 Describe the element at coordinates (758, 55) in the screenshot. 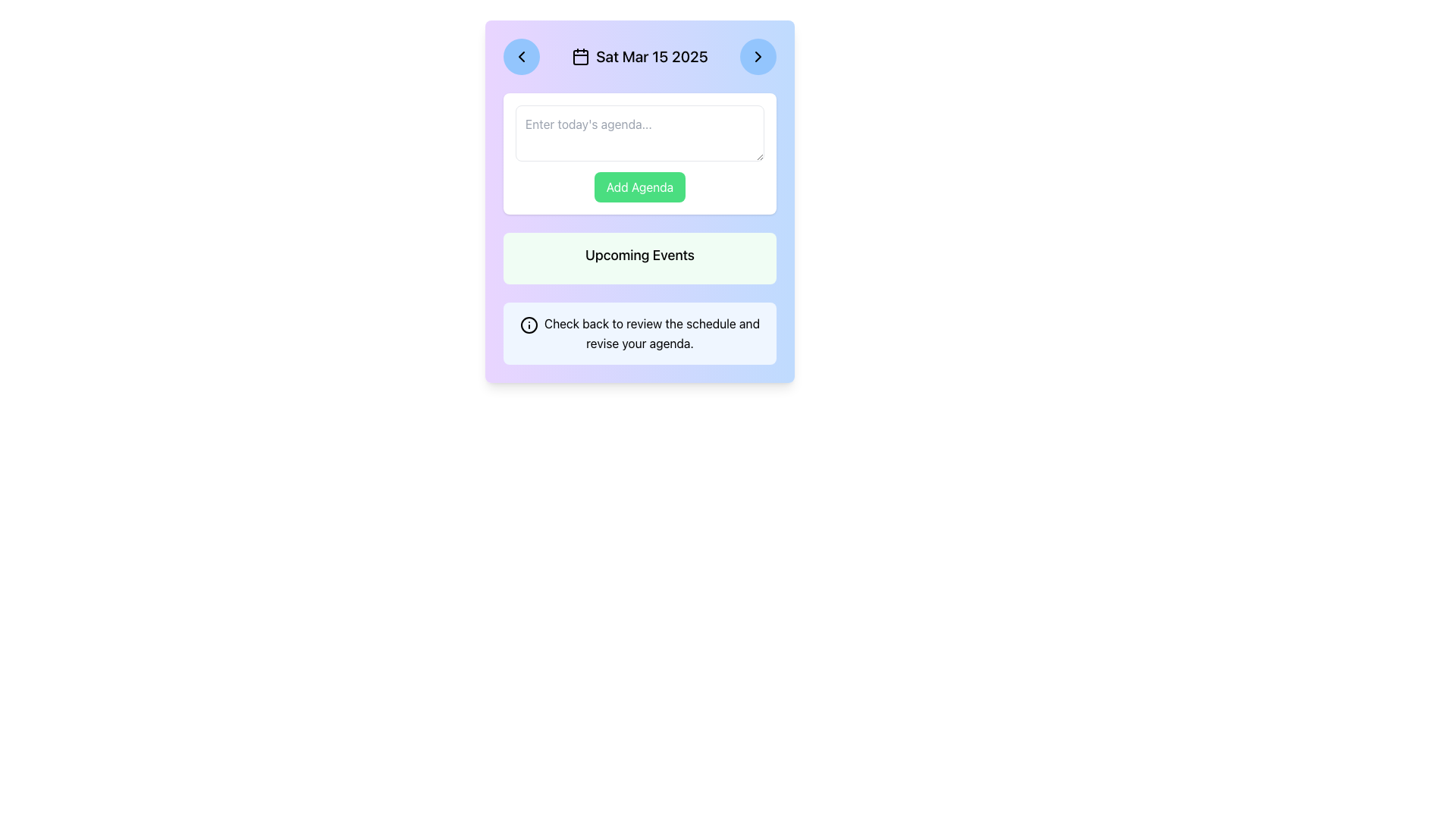

I see `the circular button located at the top-right corner of the card layout` at that location.